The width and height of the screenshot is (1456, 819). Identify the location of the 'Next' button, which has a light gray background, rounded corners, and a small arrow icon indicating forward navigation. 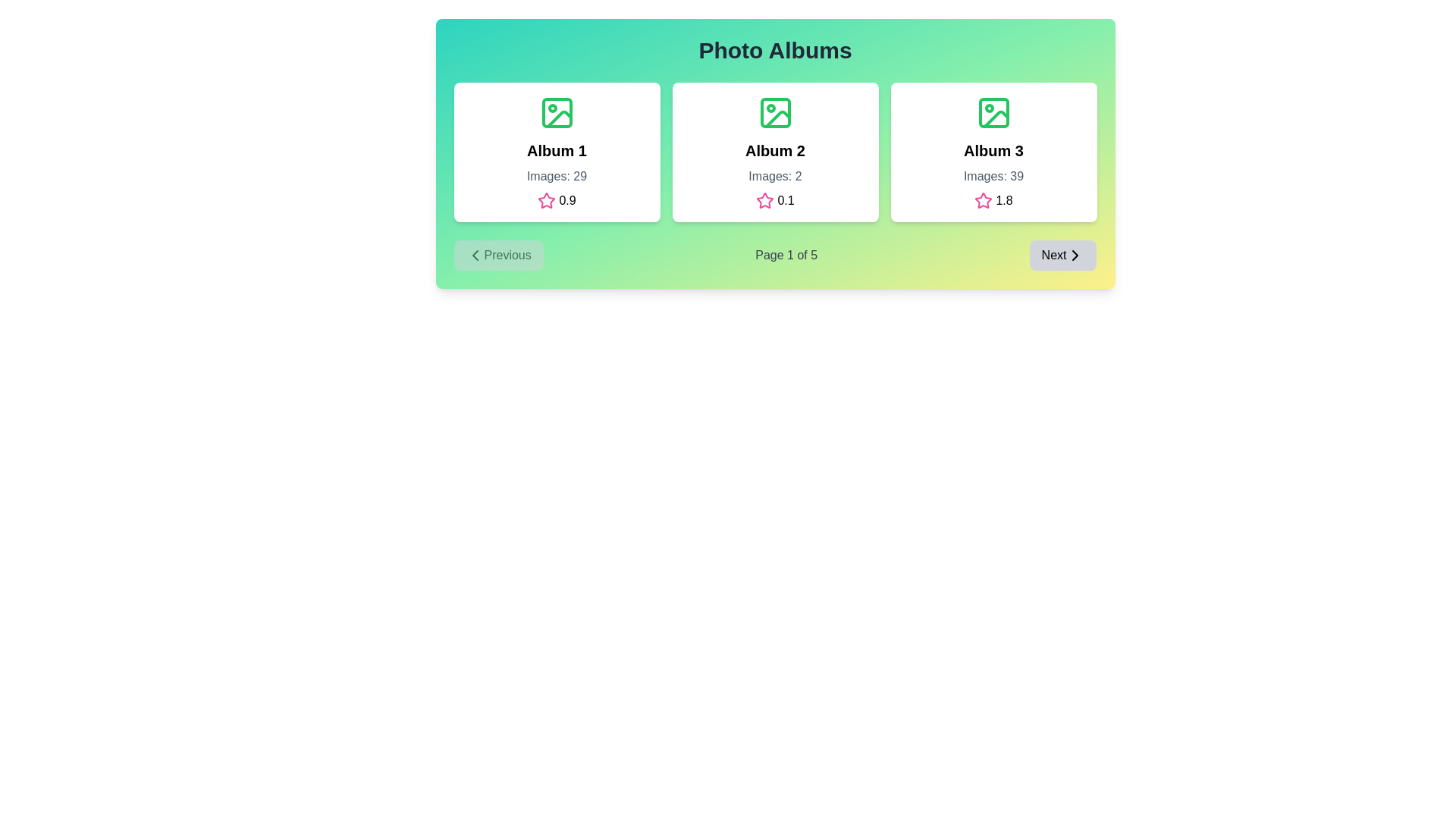
(1062, 254).